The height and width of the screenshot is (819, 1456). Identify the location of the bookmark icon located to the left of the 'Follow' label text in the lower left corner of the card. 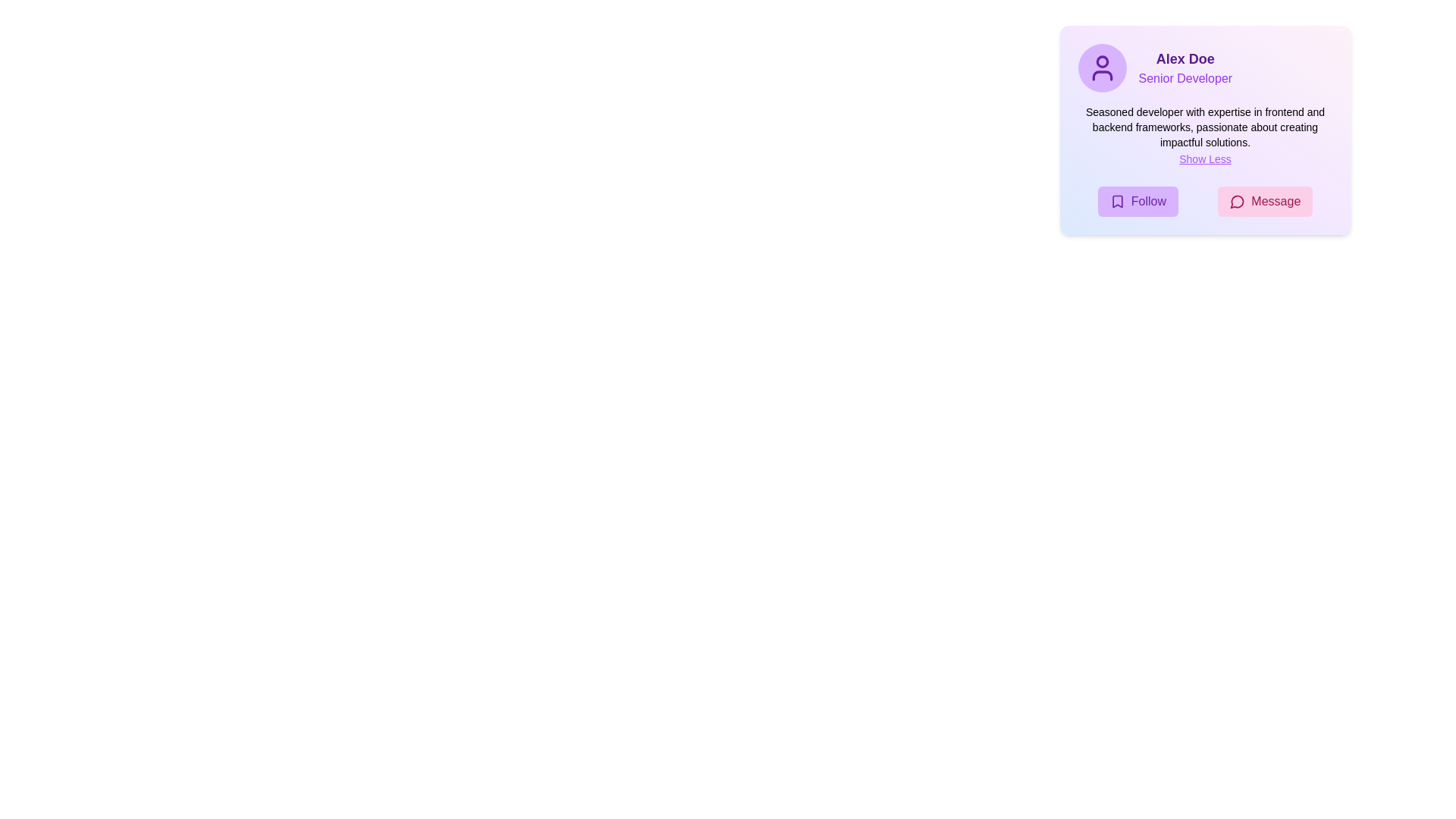
(1117, 201).